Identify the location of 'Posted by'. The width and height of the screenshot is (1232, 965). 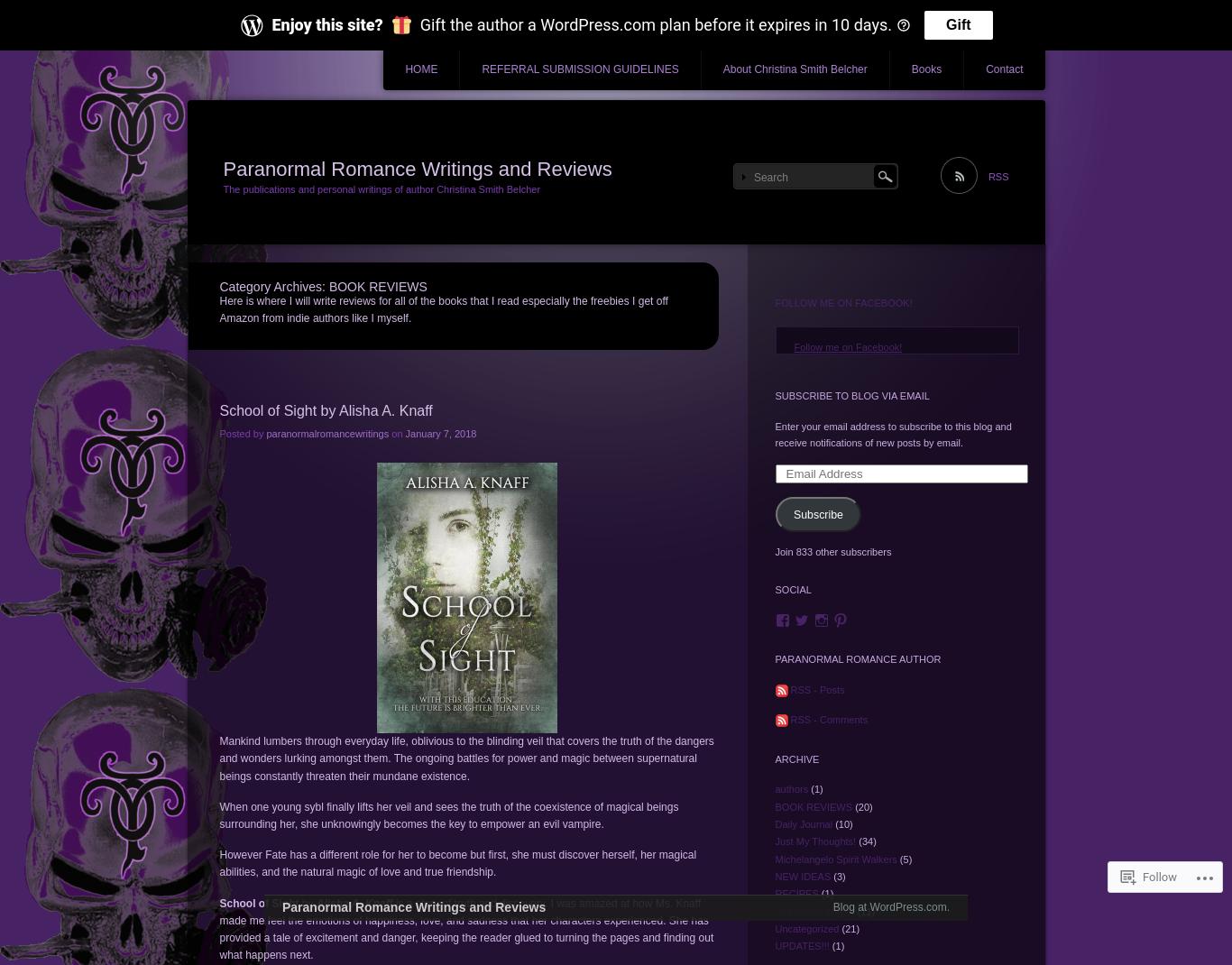
(242, 433).